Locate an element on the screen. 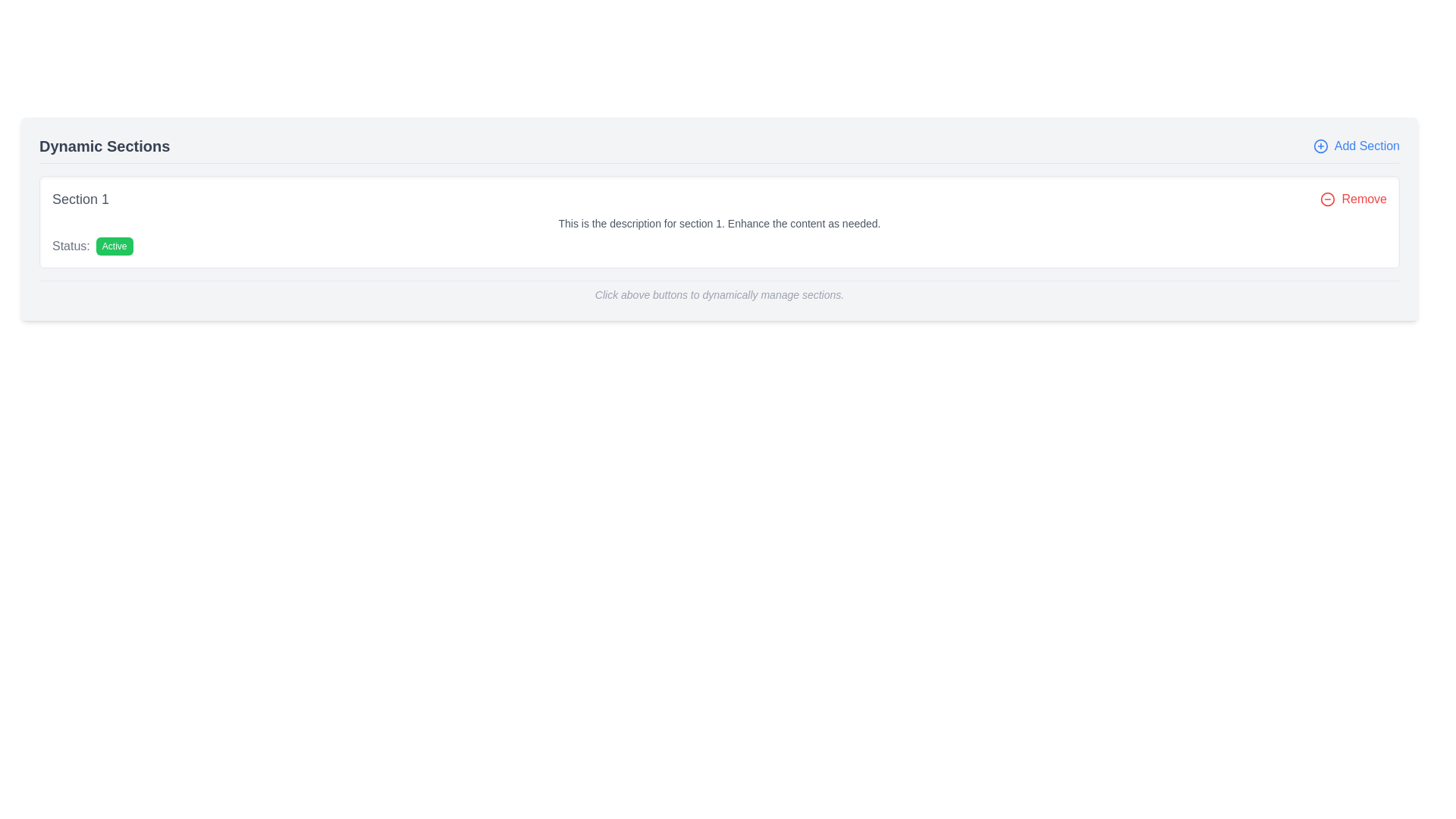 The height and width of the screenshot is (819, 1456). the clickable text label associated with adding a new section, located to the right of the blue '+' icon in the upper-right area of the interface is located at coordinates (1367, 146).